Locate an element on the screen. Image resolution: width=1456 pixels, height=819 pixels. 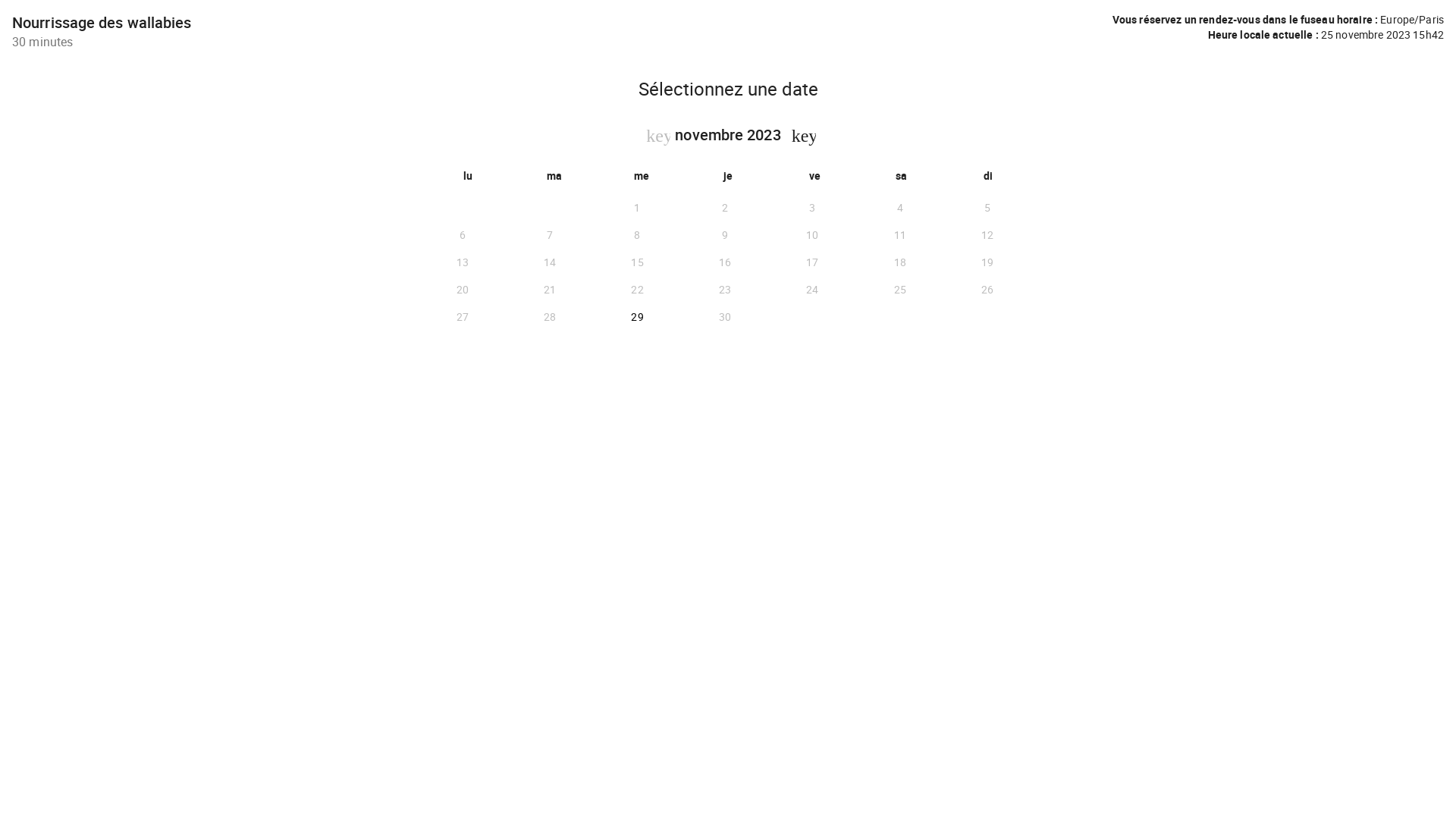
'28' is located at coordinates (548, 315).